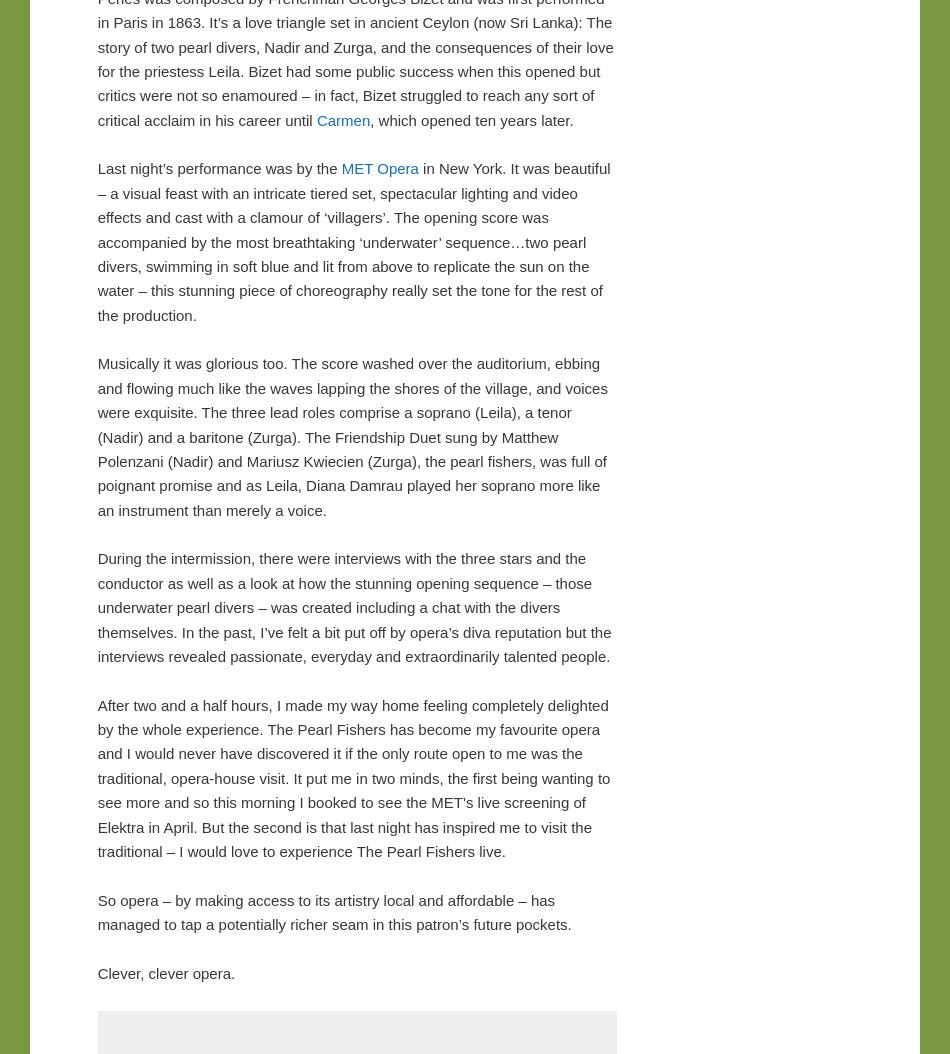 The width and height of the screenshot is (950, 1054). What do you see at coordinates (470, 119) in the screenshot?
I see `', which opened ten years later.'` at bounding box center [470, 119].